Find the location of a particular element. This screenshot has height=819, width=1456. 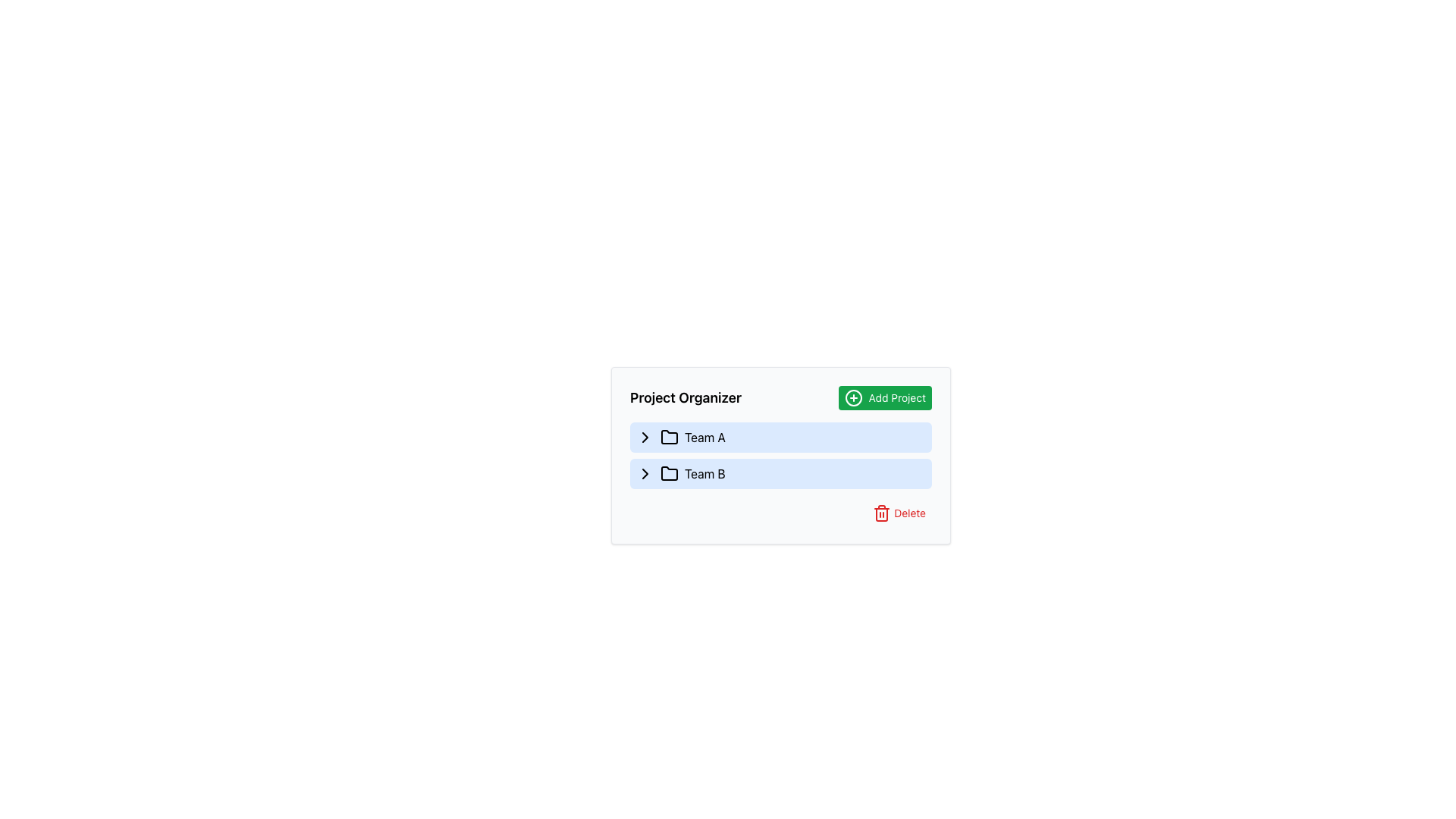

the chevron icon located in the top row of the 'Project Organizer' section is located at coordinates (645, 438).